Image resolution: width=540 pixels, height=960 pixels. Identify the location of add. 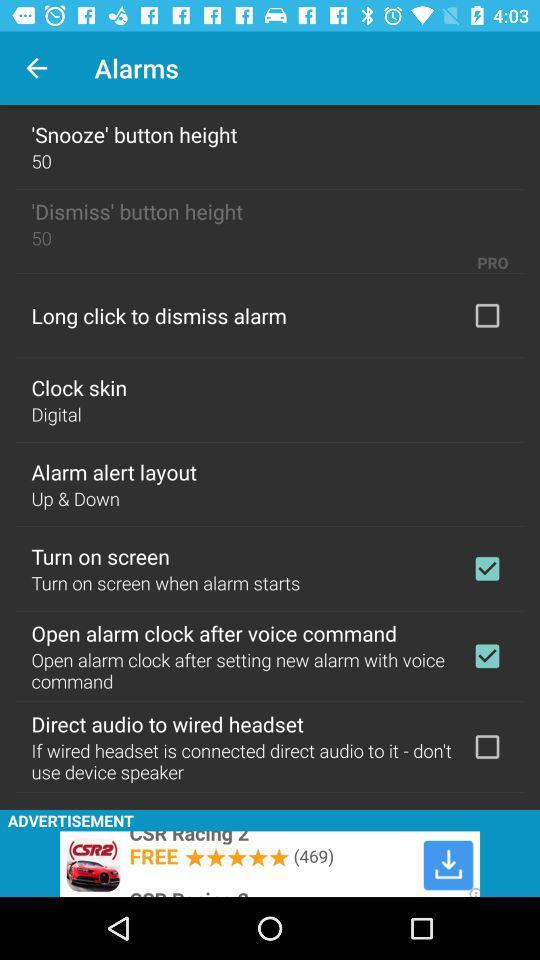
(486, 745).